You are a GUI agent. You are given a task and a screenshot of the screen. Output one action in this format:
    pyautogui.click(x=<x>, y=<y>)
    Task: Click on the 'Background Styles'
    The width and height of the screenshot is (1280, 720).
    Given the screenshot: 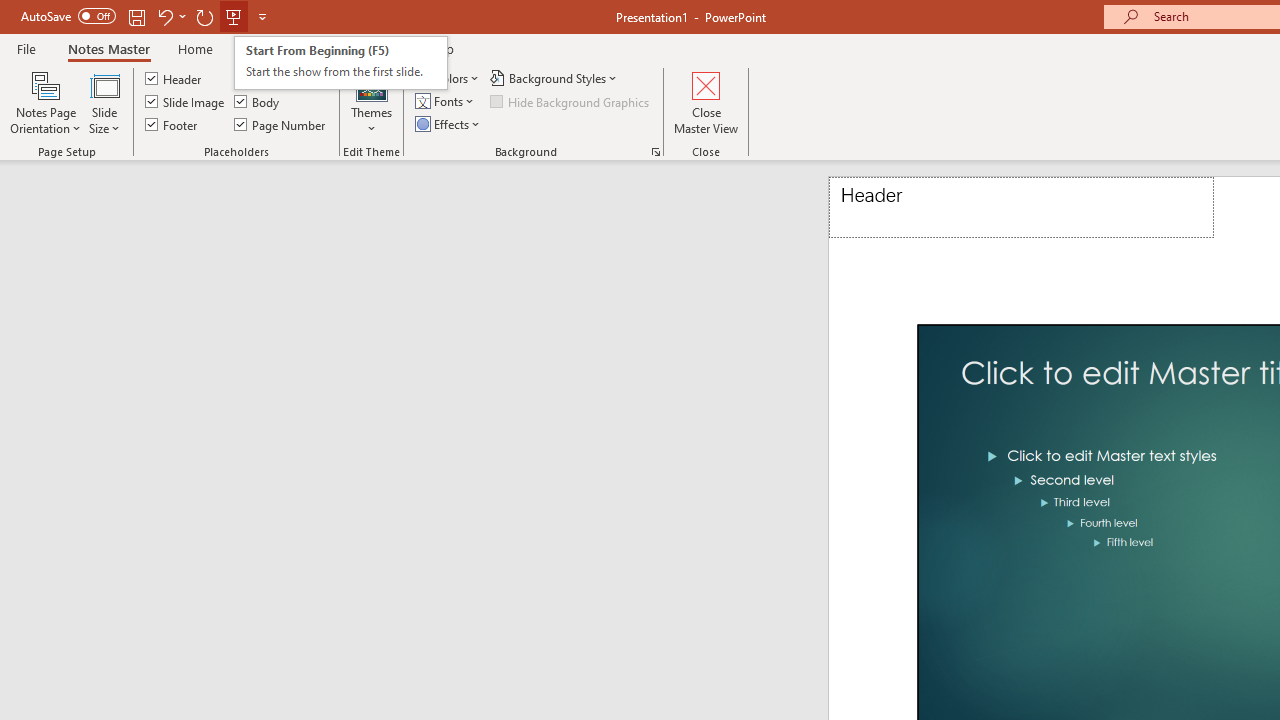 What is the action you would take?
    pyautogui.click(x=555, y=77)
    